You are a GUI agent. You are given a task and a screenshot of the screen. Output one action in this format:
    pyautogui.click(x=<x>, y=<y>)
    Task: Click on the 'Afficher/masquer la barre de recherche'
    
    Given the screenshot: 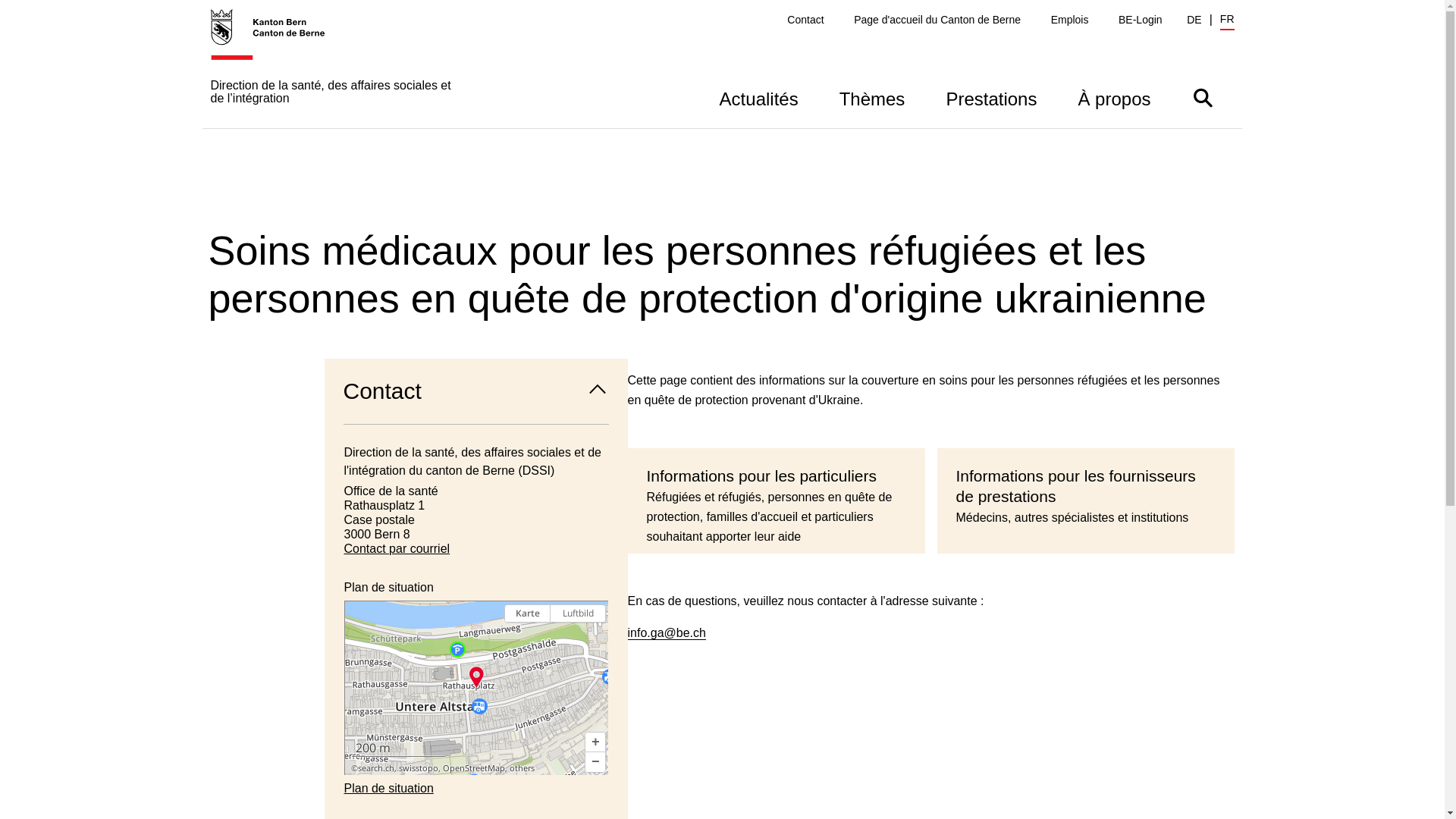 What is the action you would take?
    pyautogui.click(x=1201, y=97)
    